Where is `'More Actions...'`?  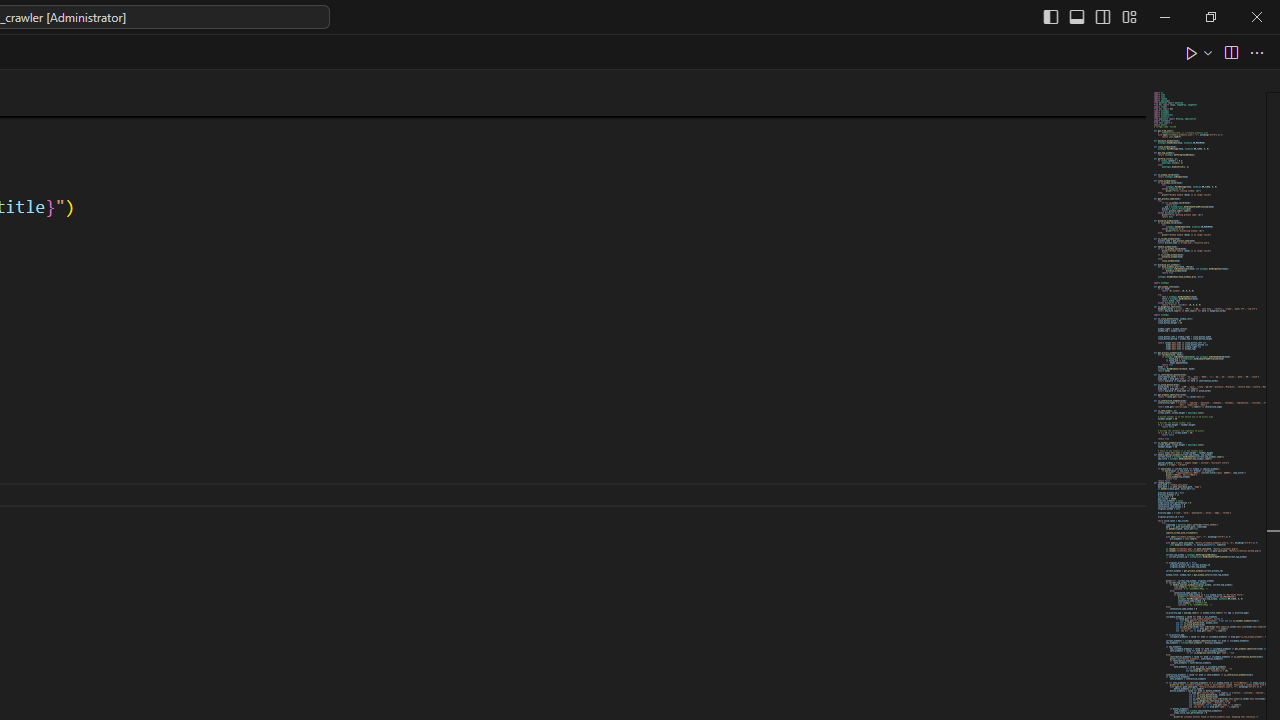 'More Actions...' is located at coordinates (1255, 51).